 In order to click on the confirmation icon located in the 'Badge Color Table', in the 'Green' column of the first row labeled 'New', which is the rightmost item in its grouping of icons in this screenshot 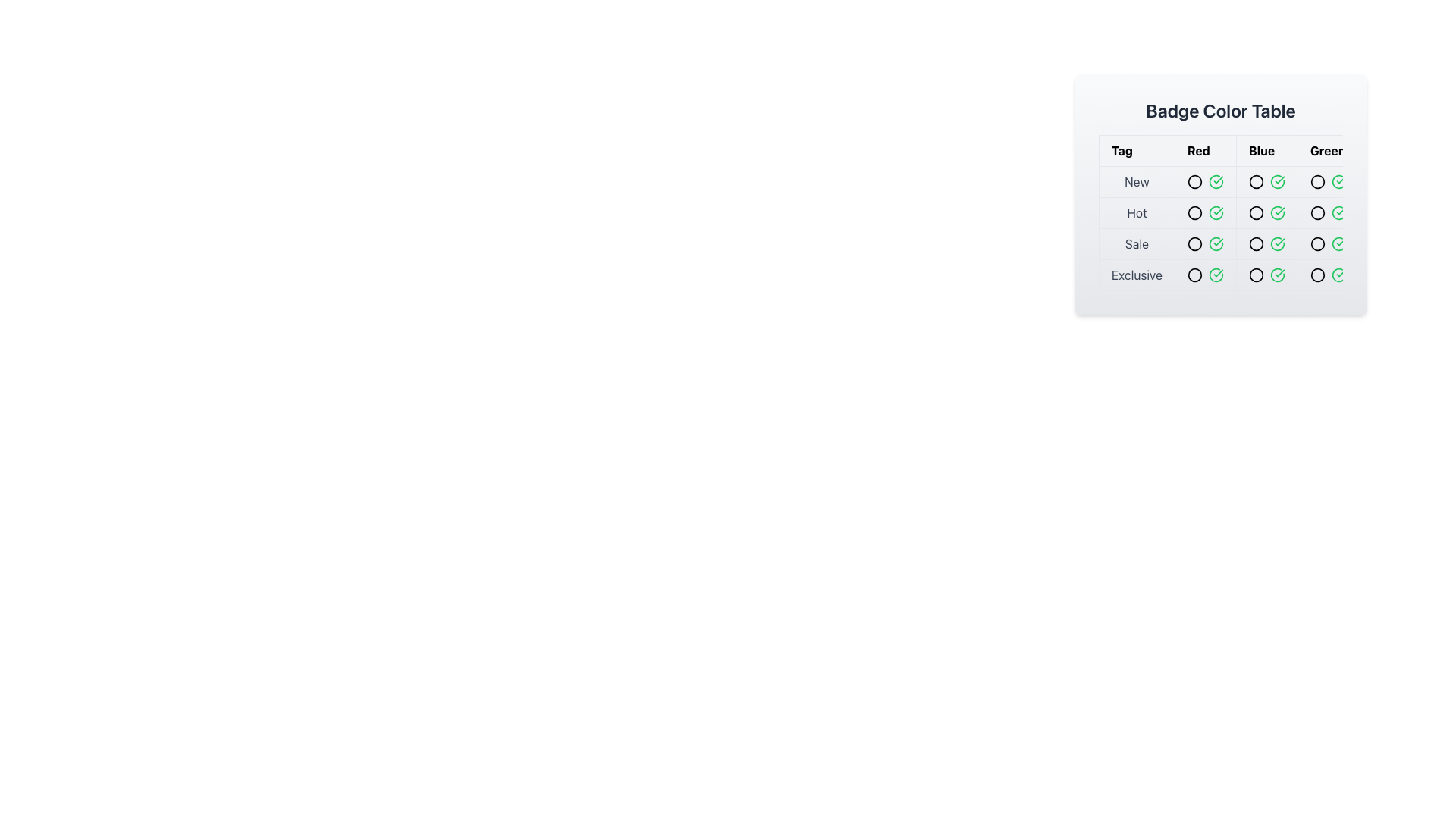, I will do `click(1338, 180)`.